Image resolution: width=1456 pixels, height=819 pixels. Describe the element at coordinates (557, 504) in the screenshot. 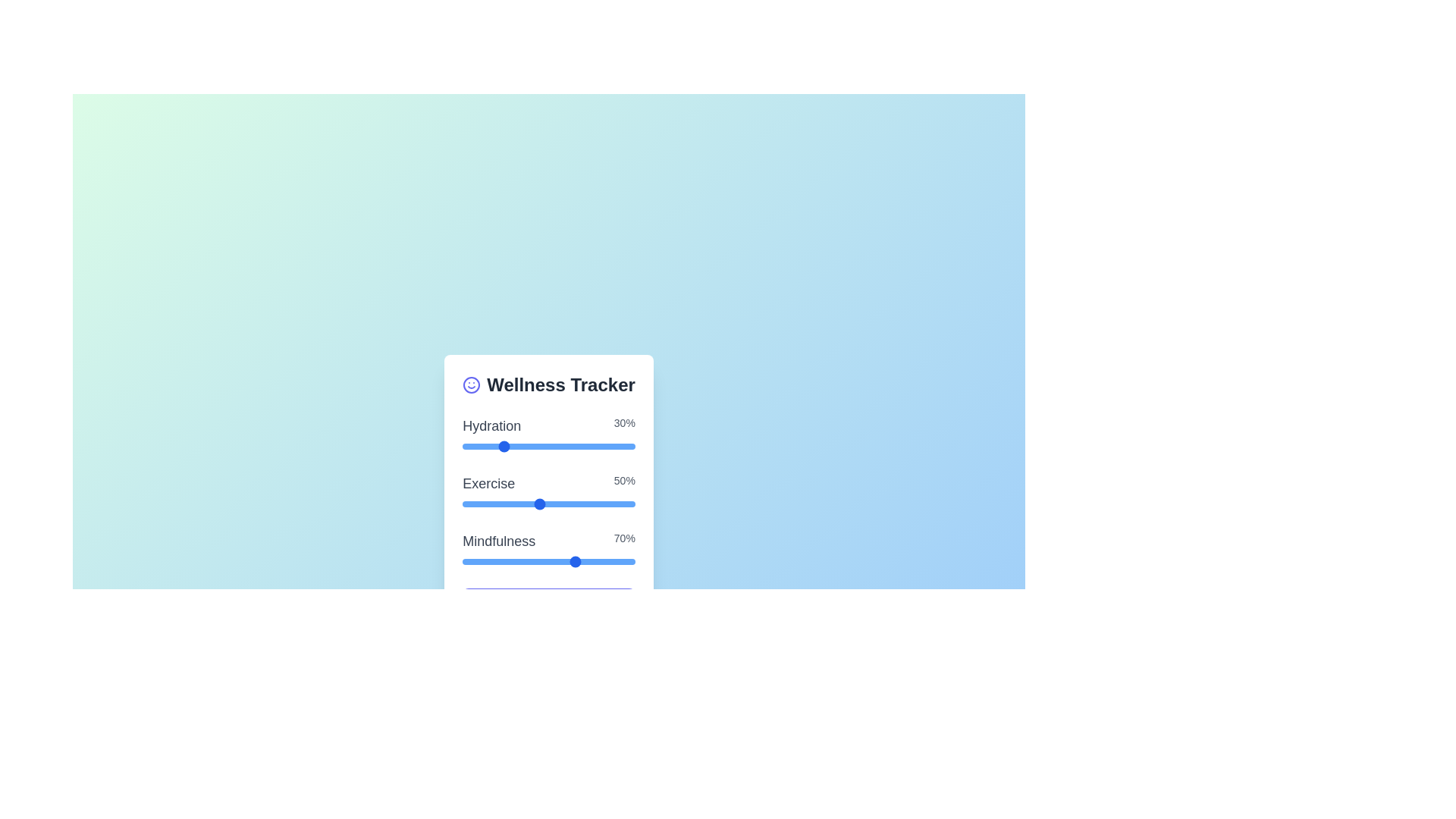

I see `the 'Exercise' slider to set its value to 6` at that location.